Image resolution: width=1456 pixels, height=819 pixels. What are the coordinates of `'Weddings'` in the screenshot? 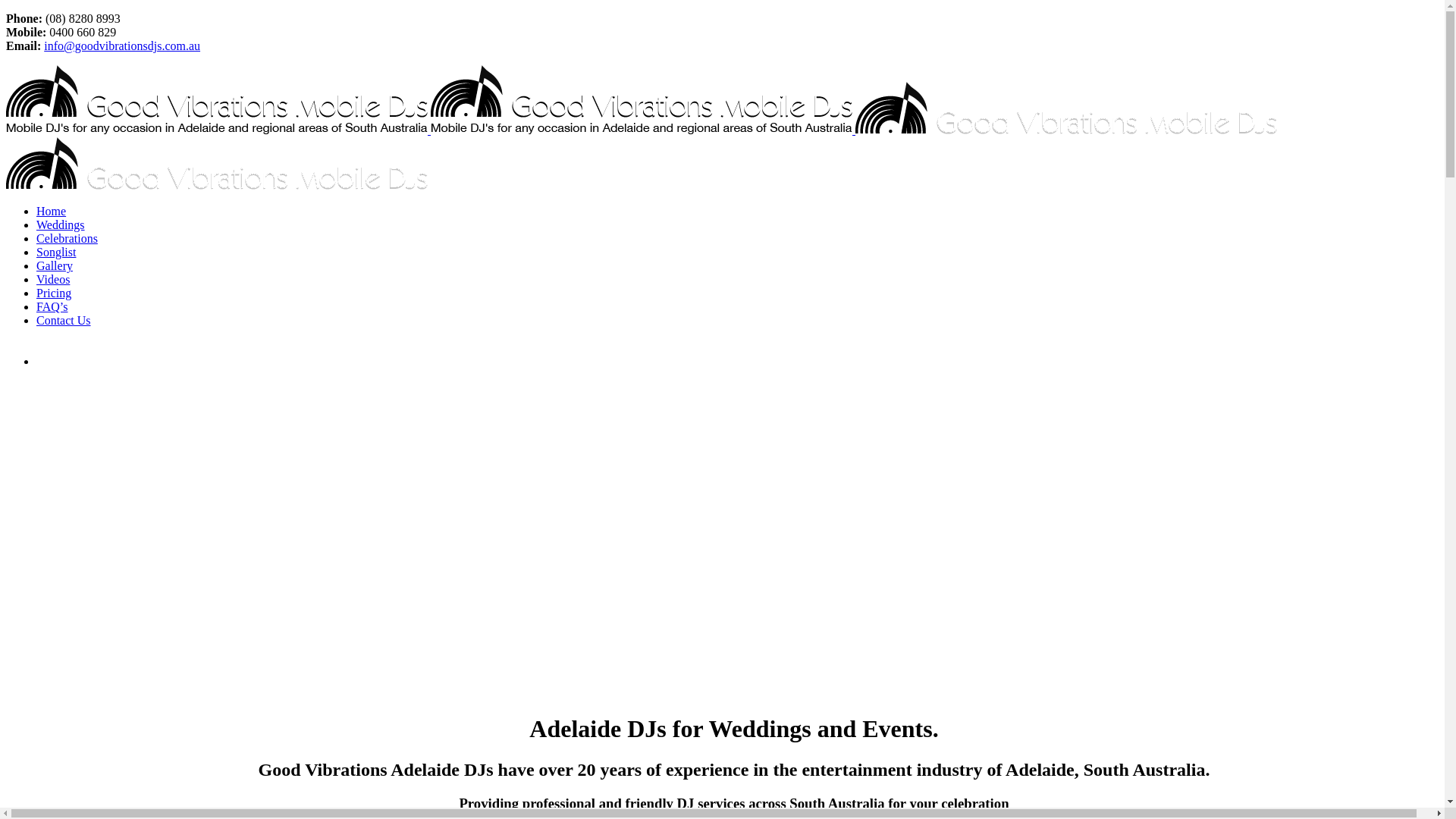 It's located at (36, 224).